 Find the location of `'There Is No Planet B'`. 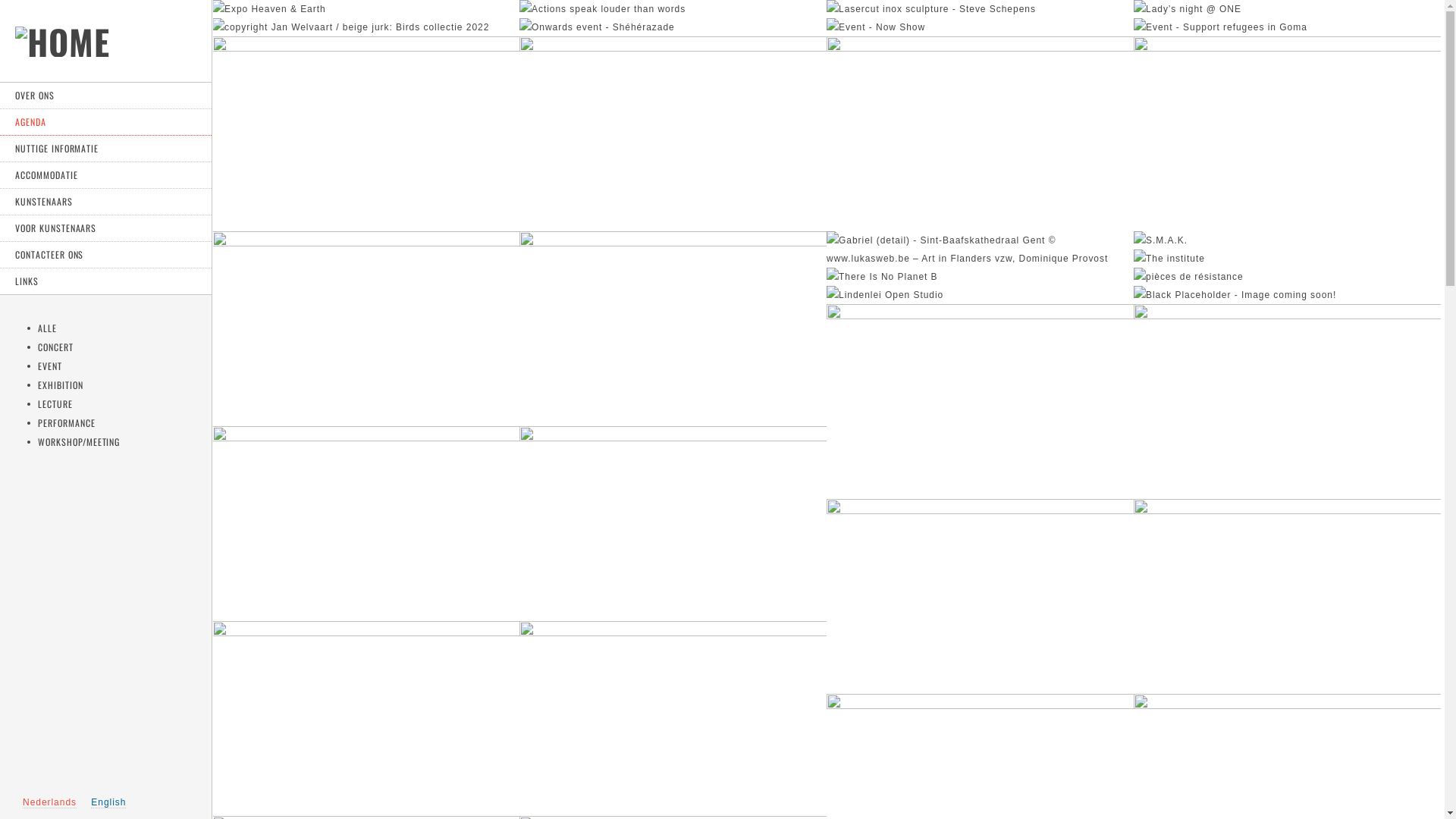

'There Is No Planet B' is located at coordinates (882, 277).